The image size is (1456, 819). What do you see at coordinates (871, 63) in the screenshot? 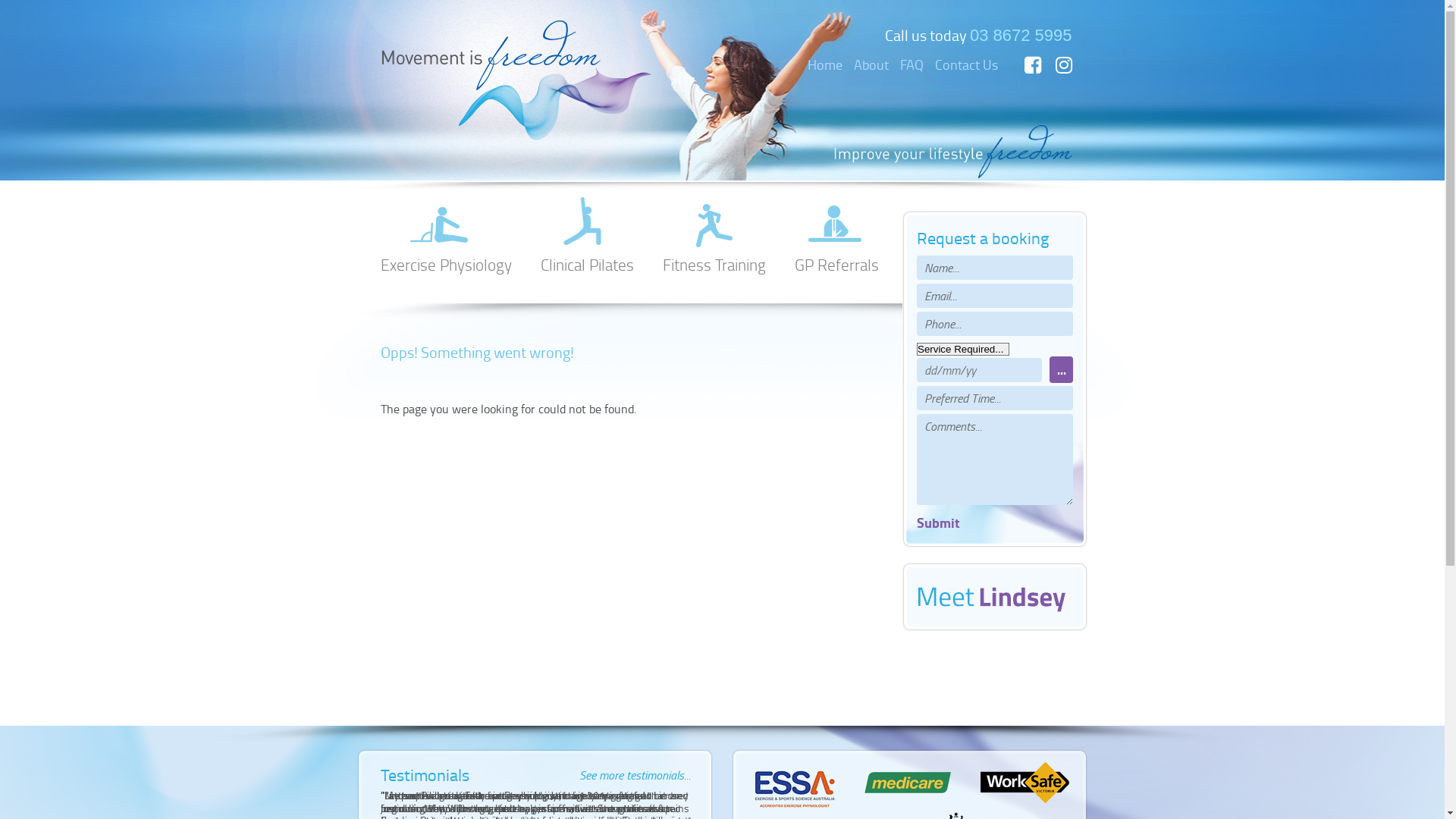
I see `'About'` at bounding box center [871, 63].